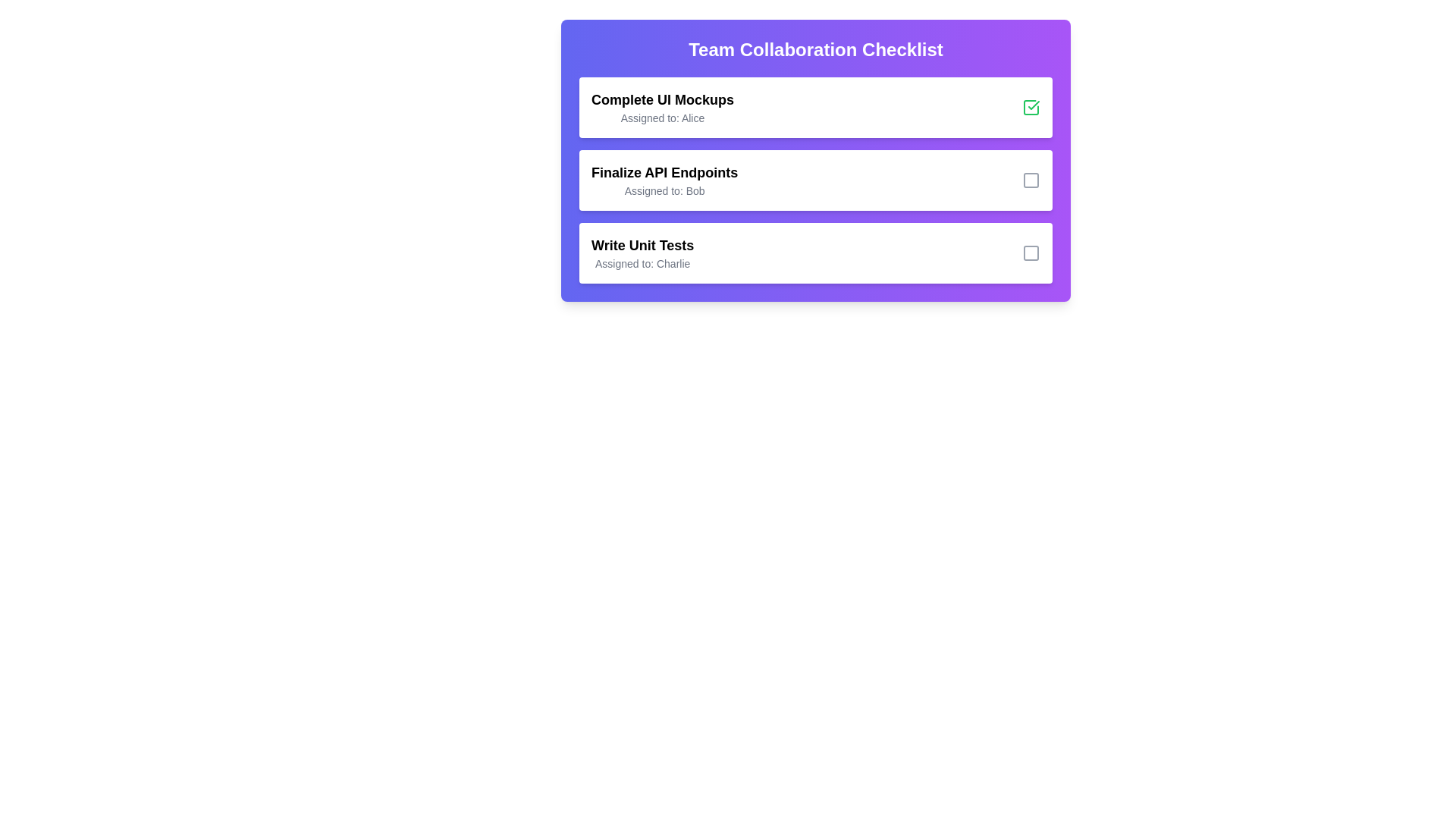 Image resolution: width=1456 pixels, height=819 pixels. Describe the element at coordinates (814, 180) in the screenshot. I see `the task details for the list item containing the text 'Finalize API Endpoints' which is styled in bold and has the subtext 'Assigned to: Bob'` at that location.